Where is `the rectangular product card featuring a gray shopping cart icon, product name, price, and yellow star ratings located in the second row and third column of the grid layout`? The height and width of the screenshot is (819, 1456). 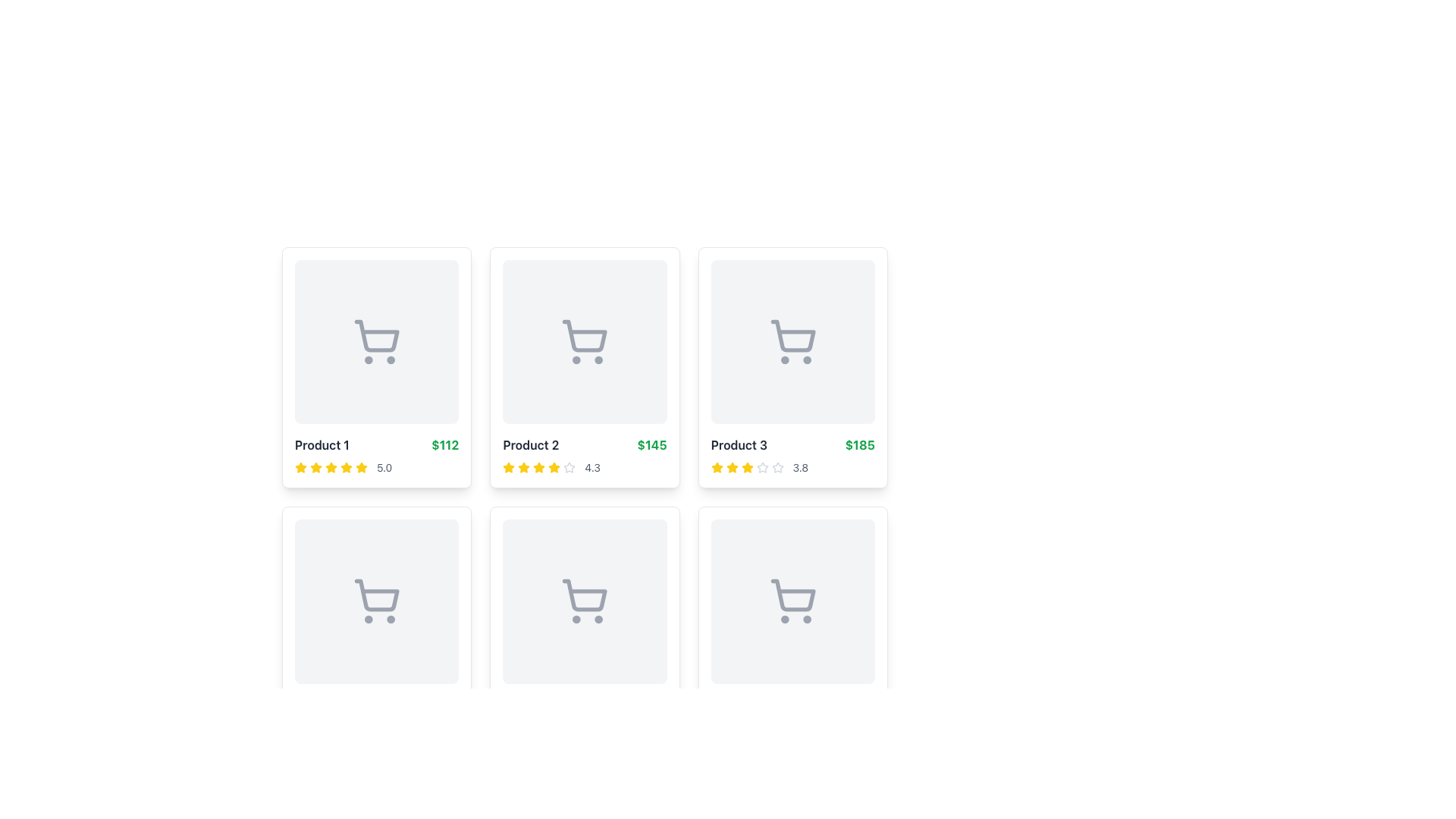
the rectangular product card featuring a gray shopping cart icon, product name, price, and yellow star ratings located in the second row and third column of the grid layout is located at coordinates (792, 627).